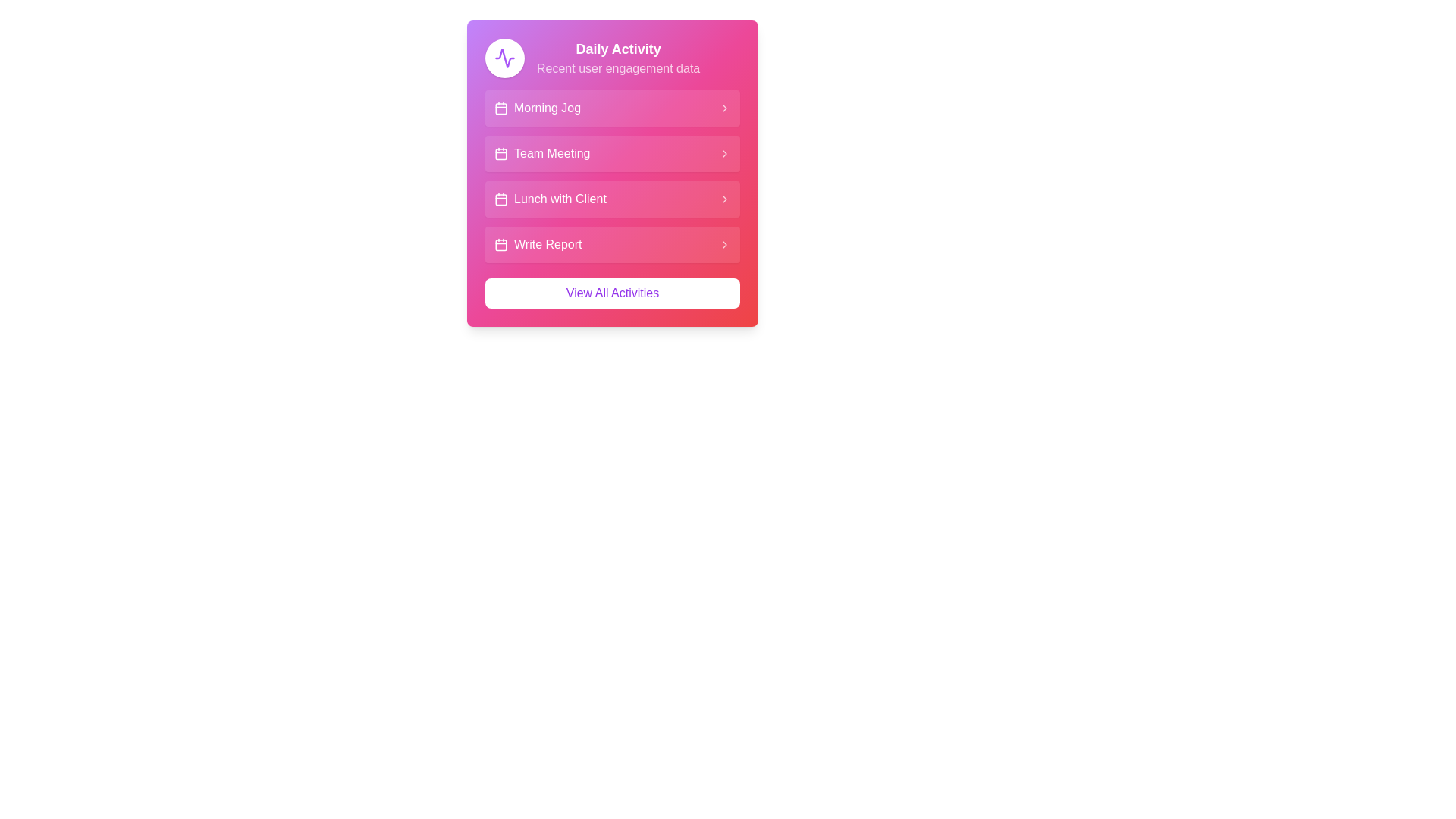 Image resolution: width=1456 pixels, height=819 pixels. Describe the element at coordinates (618, 58) in the screenshot. I see `the textual header located at the top of the floating card layout` at that location.